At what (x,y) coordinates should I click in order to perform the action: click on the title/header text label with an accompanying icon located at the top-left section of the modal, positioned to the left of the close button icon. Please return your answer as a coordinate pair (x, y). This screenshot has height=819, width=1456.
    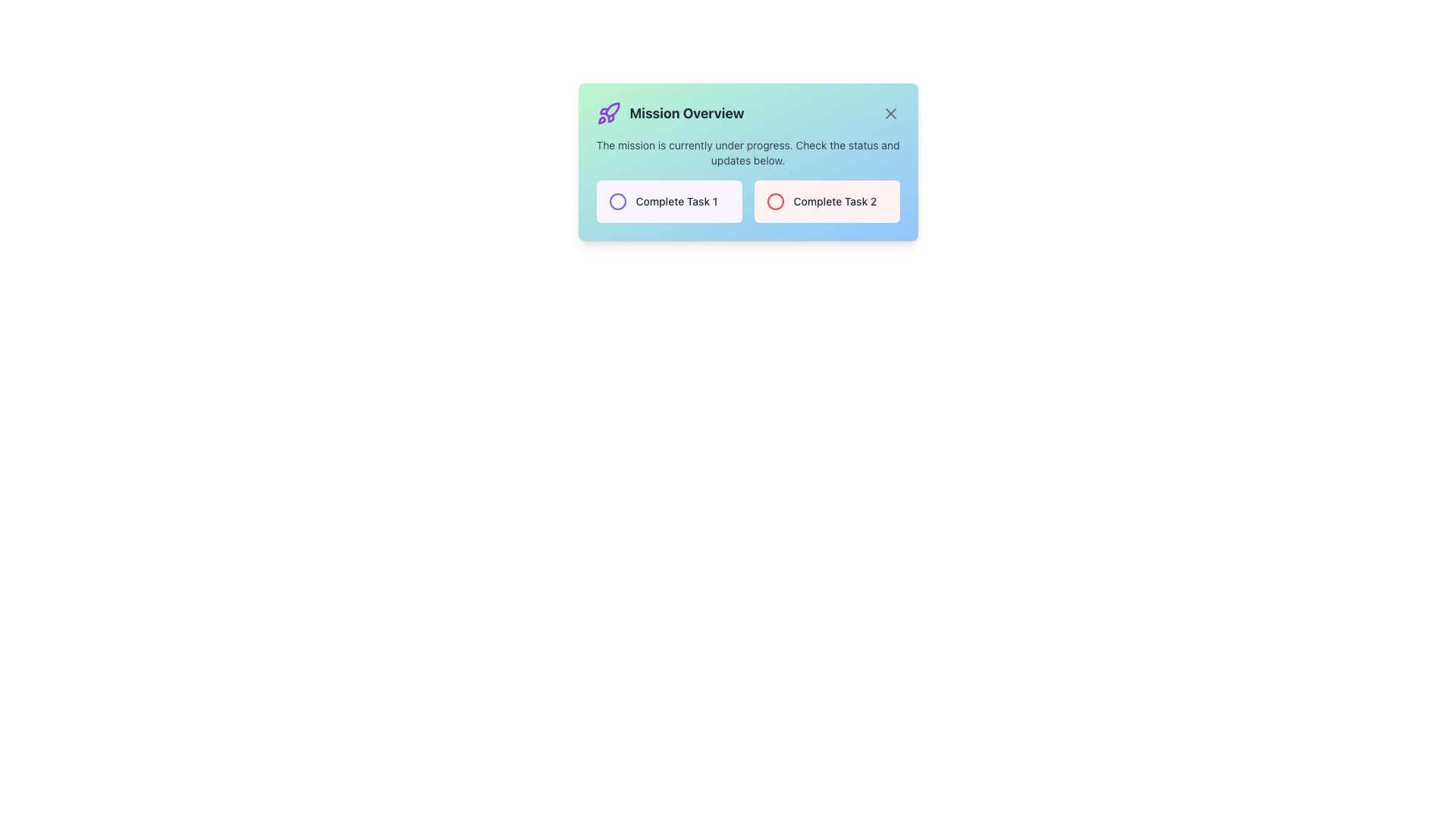
    Looking at the image, I should click on (669, 113).